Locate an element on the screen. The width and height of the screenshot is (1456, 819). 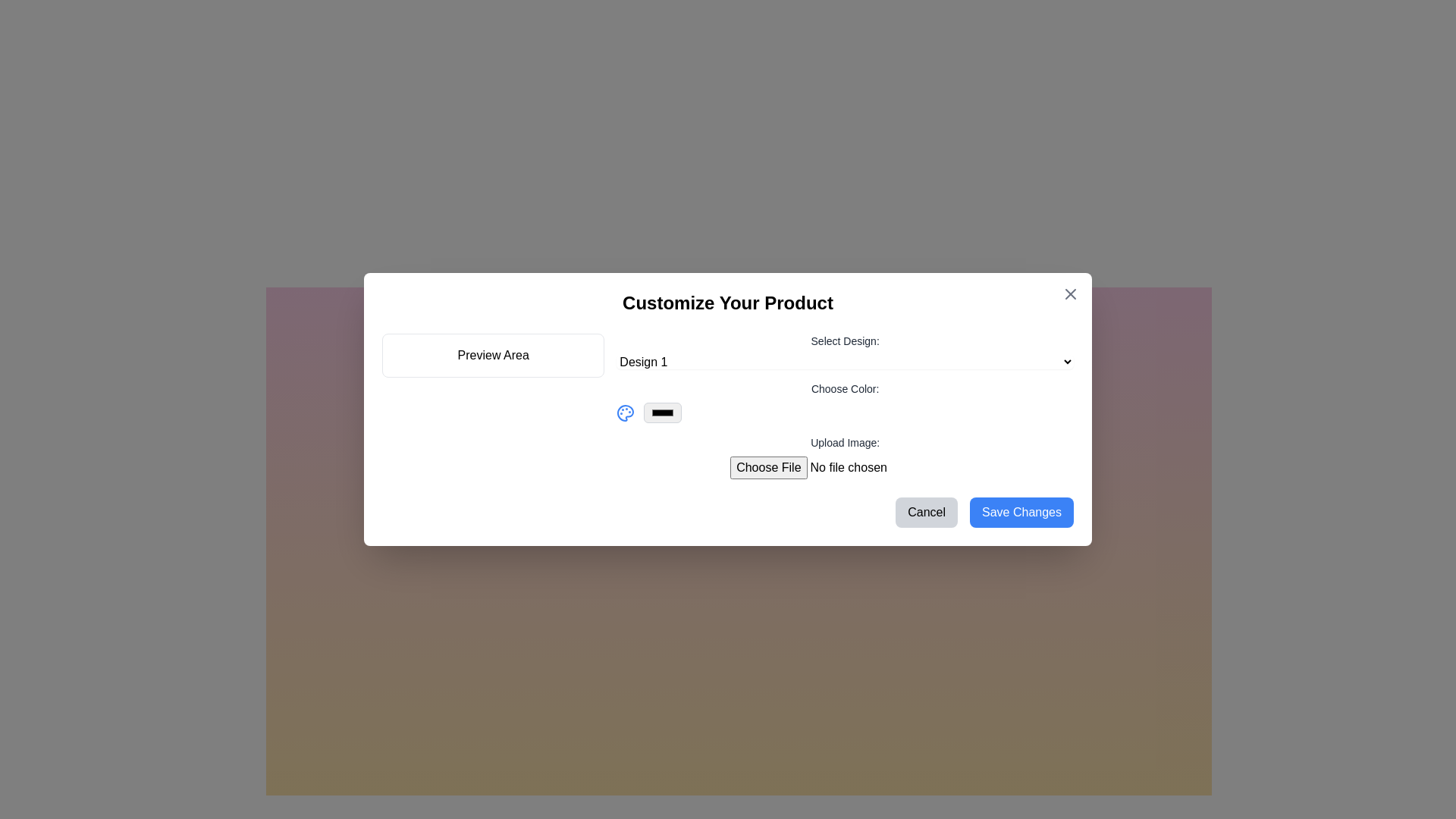
the cancel button located at the bottom-right of the dialog, to the left of the 'Save Changes' button is located at coordinates (926, 512).